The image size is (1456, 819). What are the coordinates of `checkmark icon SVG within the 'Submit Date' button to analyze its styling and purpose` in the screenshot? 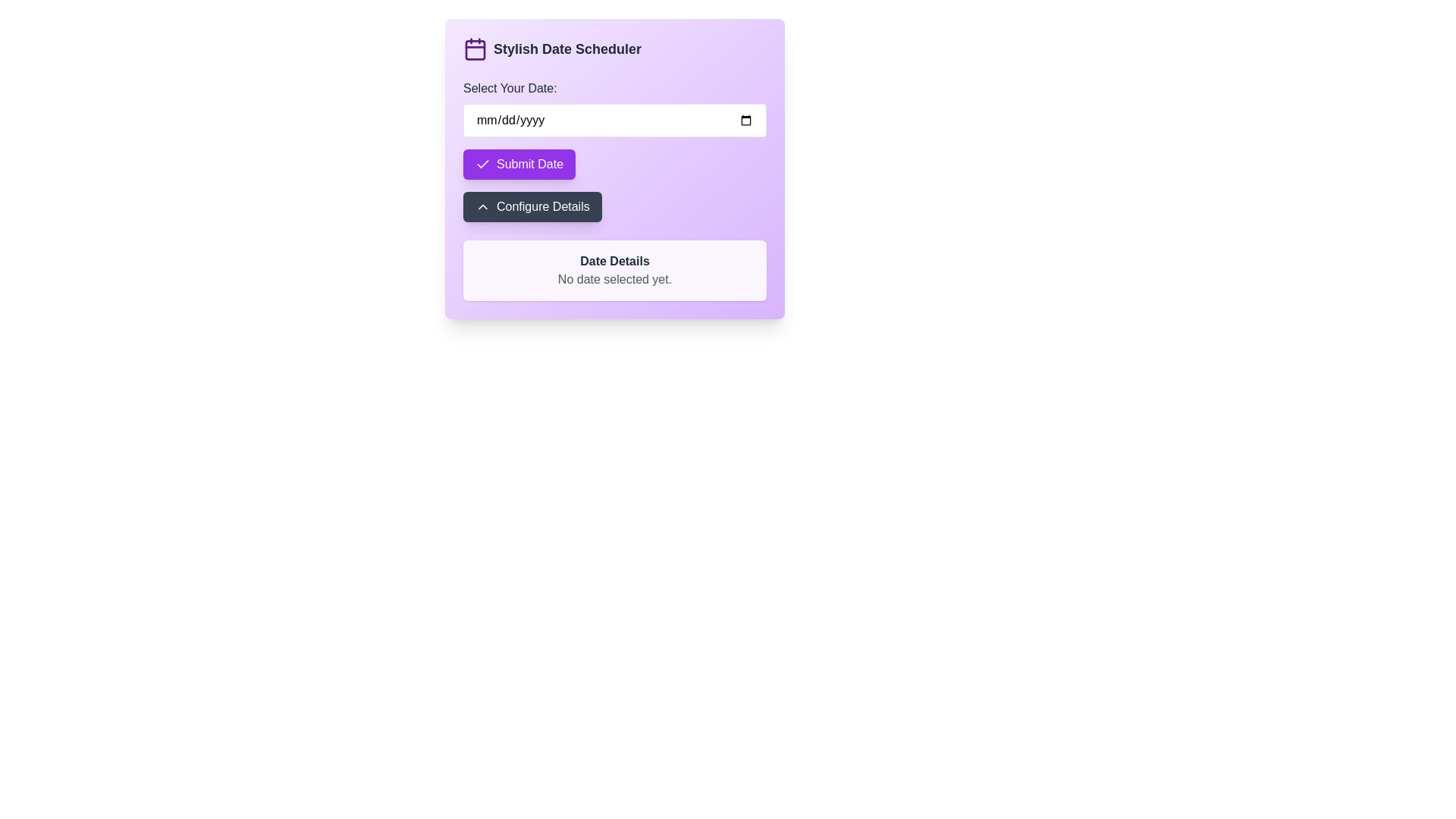 It's located at (482, 164).